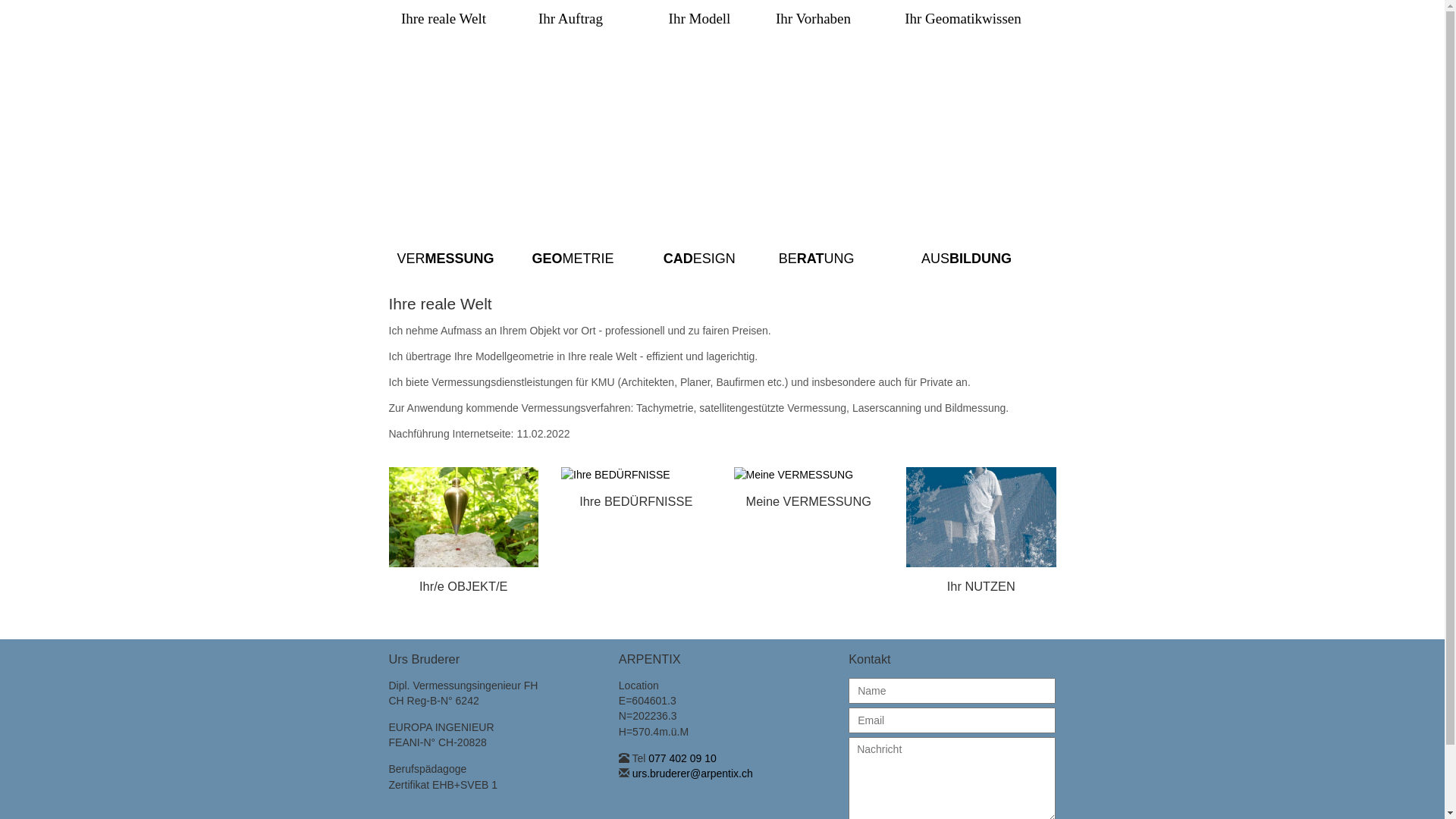  Describe the element at coordinates (663, 257) in the screenshot. I see `'CADESIGN'` at that location.